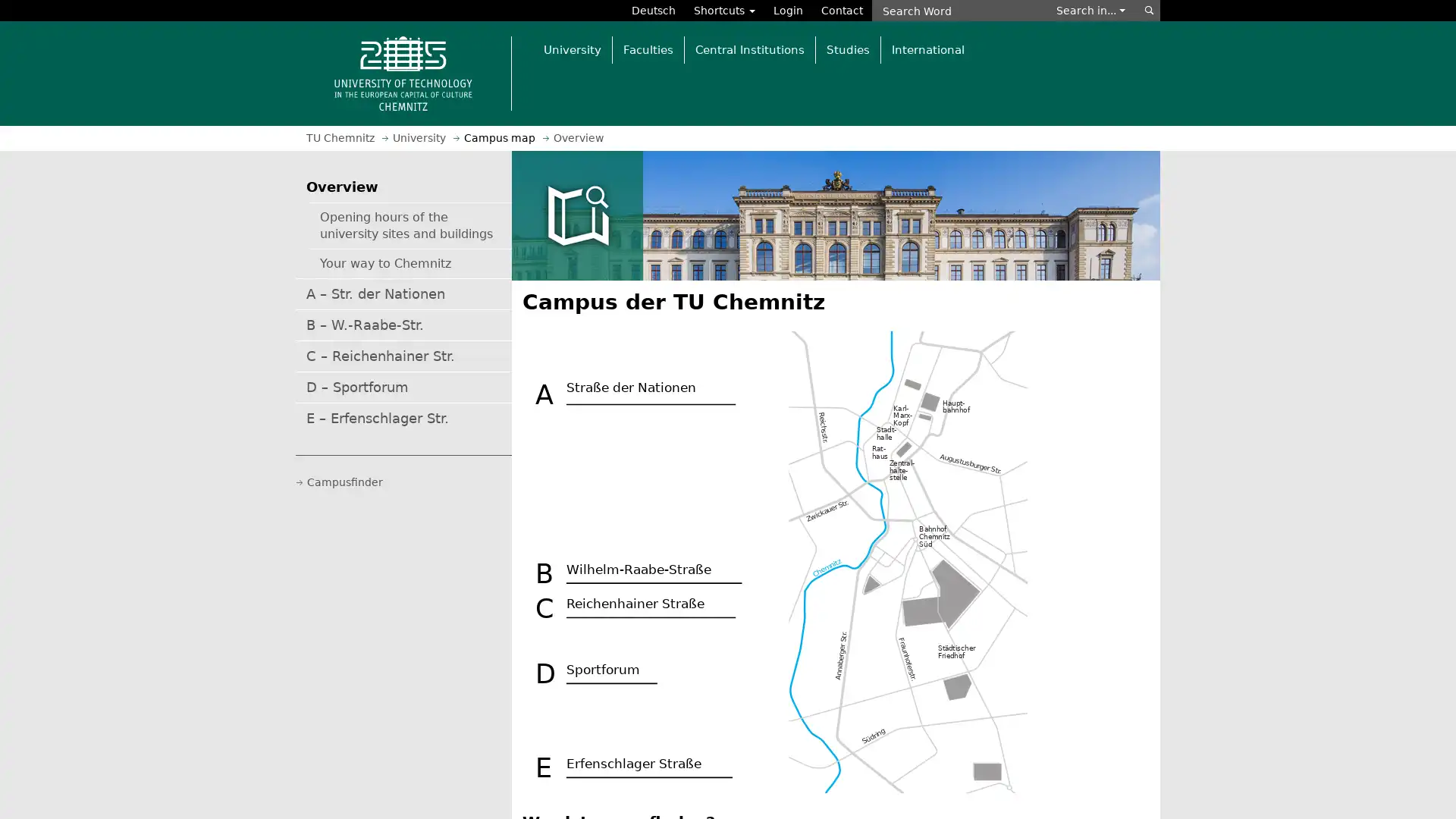  Describe the element at coordinates (648, 49) in the screenshot. I see `Faculties` at that location.